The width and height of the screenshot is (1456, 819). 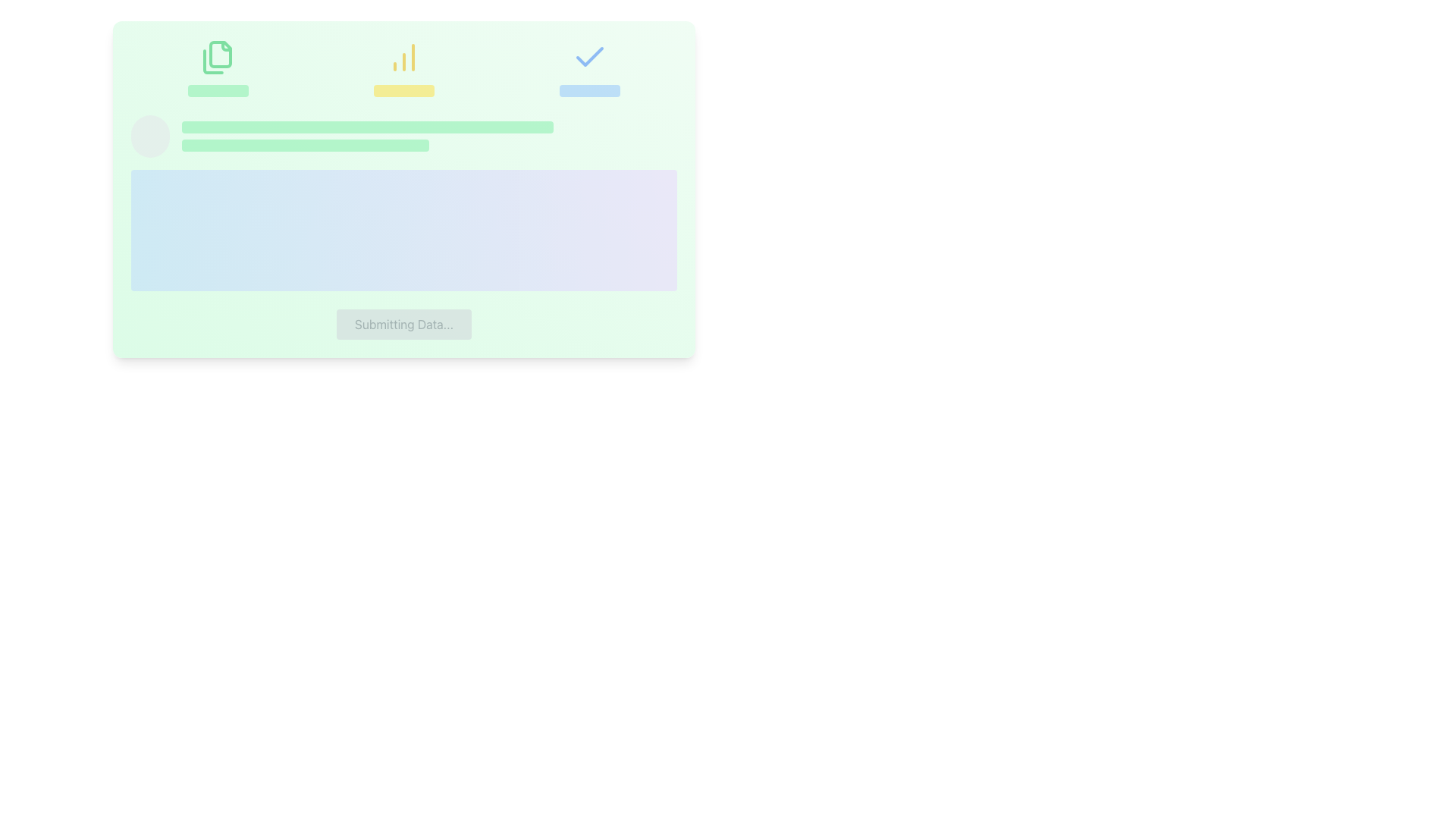 I want to click on the checkmark icon in the upper-right section of the interface, which indicates success or validation, so click(x=589, y=55).